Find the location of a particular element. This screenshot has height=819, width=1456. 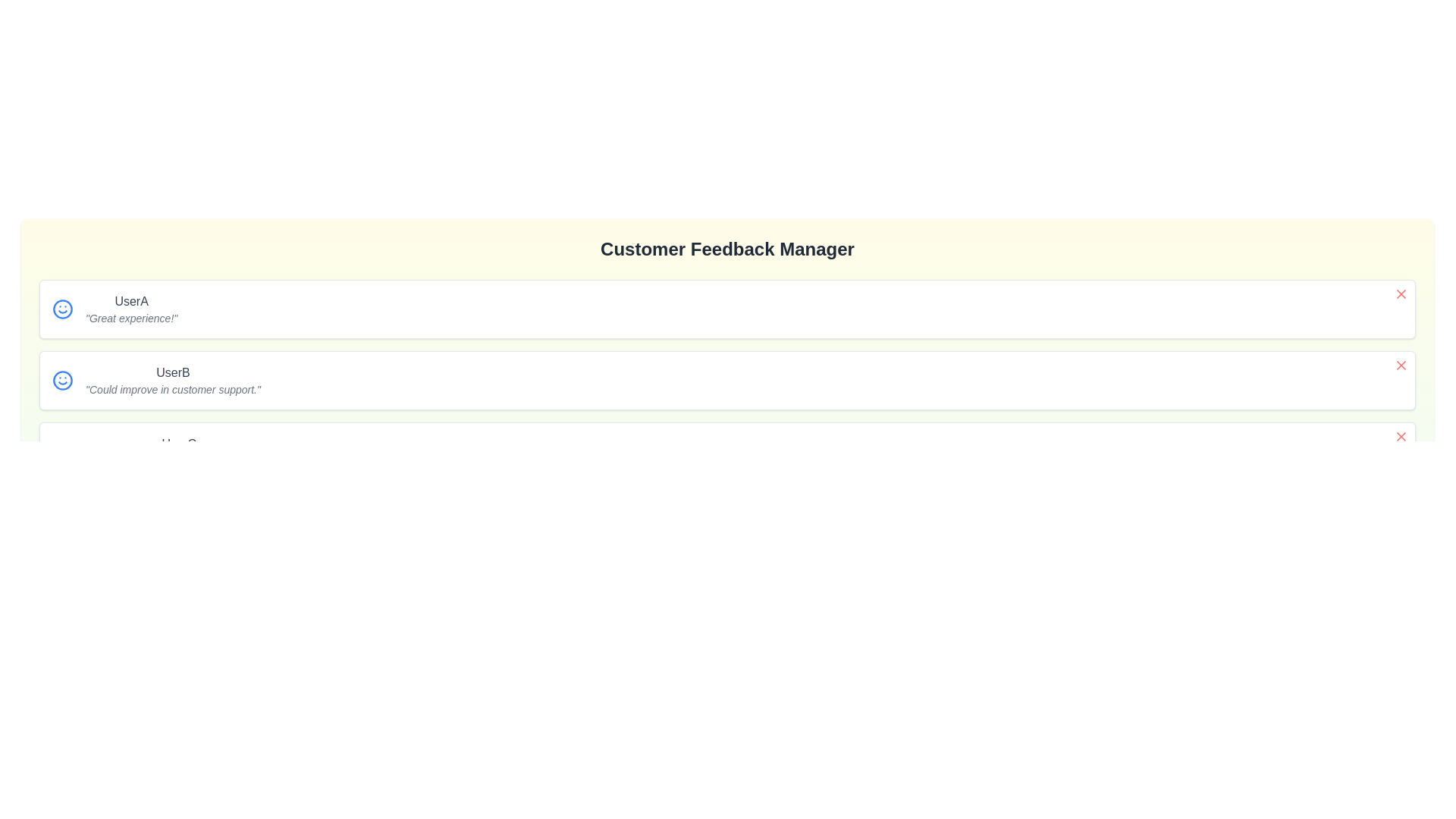

the feedback entry for user UserC is located at coordinates (1401, 436).